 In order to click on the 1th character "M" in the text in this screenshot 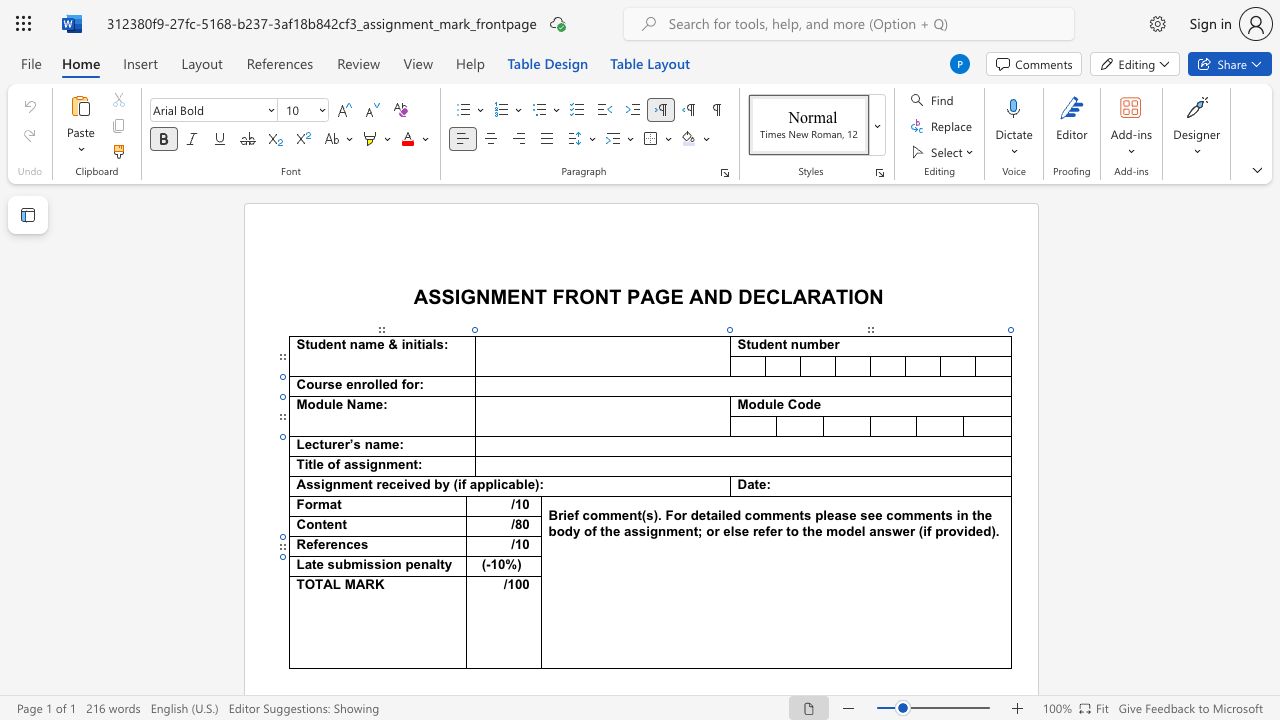, I will do `click(350, 585)`.